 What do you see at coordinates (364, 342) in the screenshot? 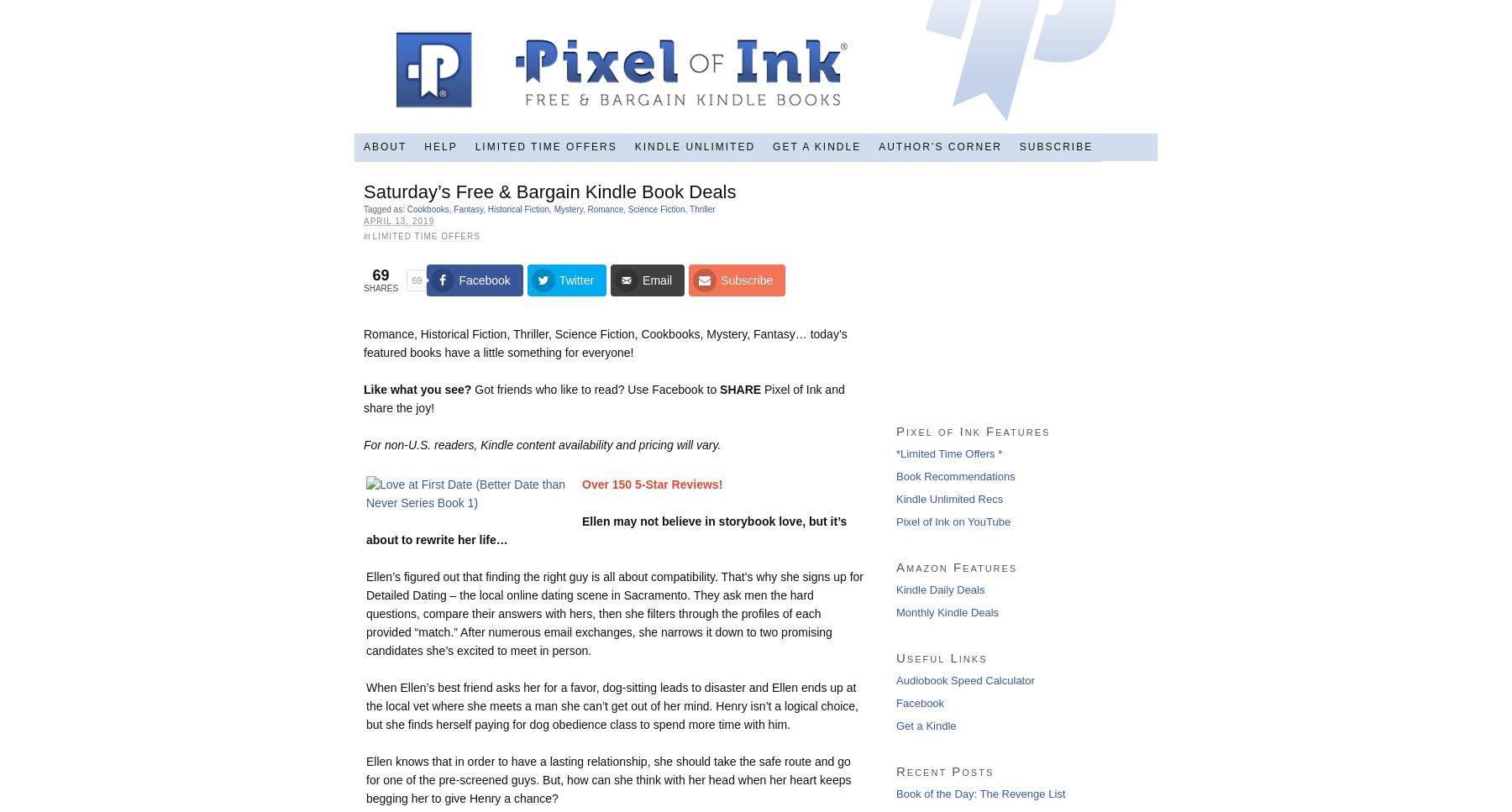
I see `'Romance, Historical Fiction, Thriller, Science Fiction, Cookbooks, Mystery, Fantasy… today’s featured books have a little something for everyone!'` at bounding box center [364, 342].